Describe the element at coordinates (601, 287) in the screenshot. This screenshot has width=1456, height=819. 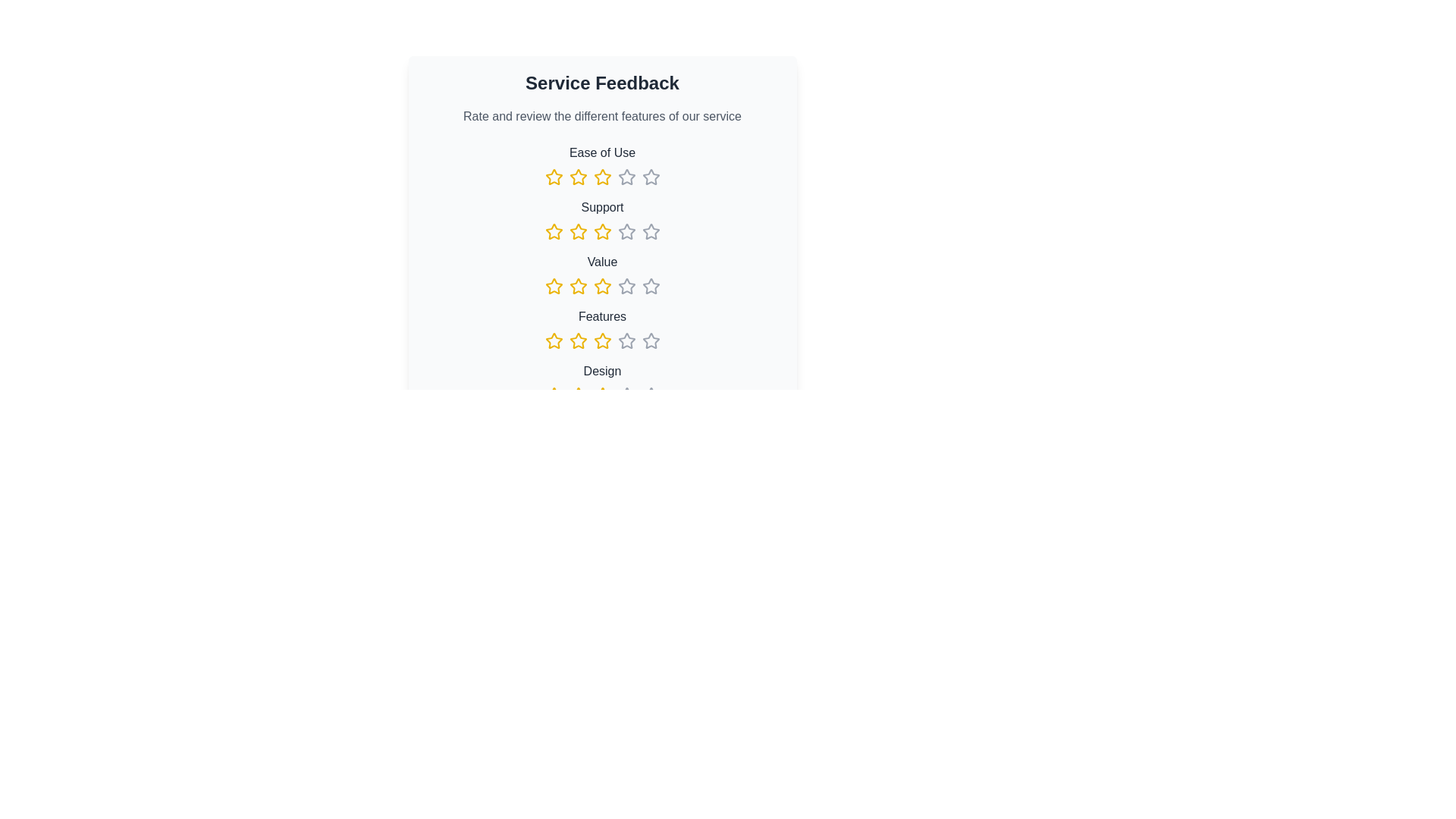
I see `the fourth star-shaped rating icon with a yellow outline in the 'Value' rating category to rate it` at that location.